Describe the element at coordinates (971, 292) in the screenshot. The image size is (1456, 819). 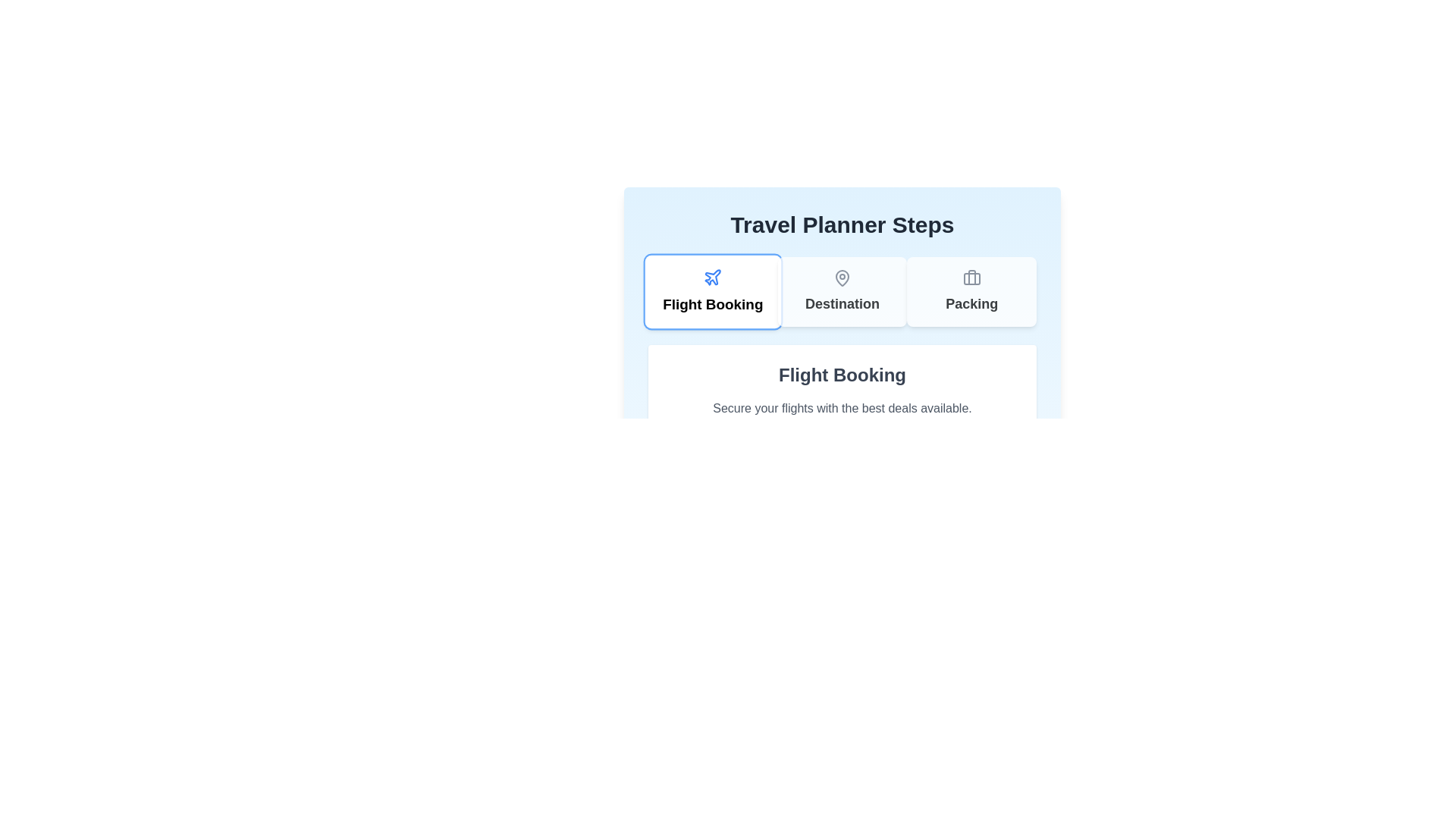
I see `the 'Packing' step card in the 'Travel Planner Steps' section, which is the third component on the far right` at that location.